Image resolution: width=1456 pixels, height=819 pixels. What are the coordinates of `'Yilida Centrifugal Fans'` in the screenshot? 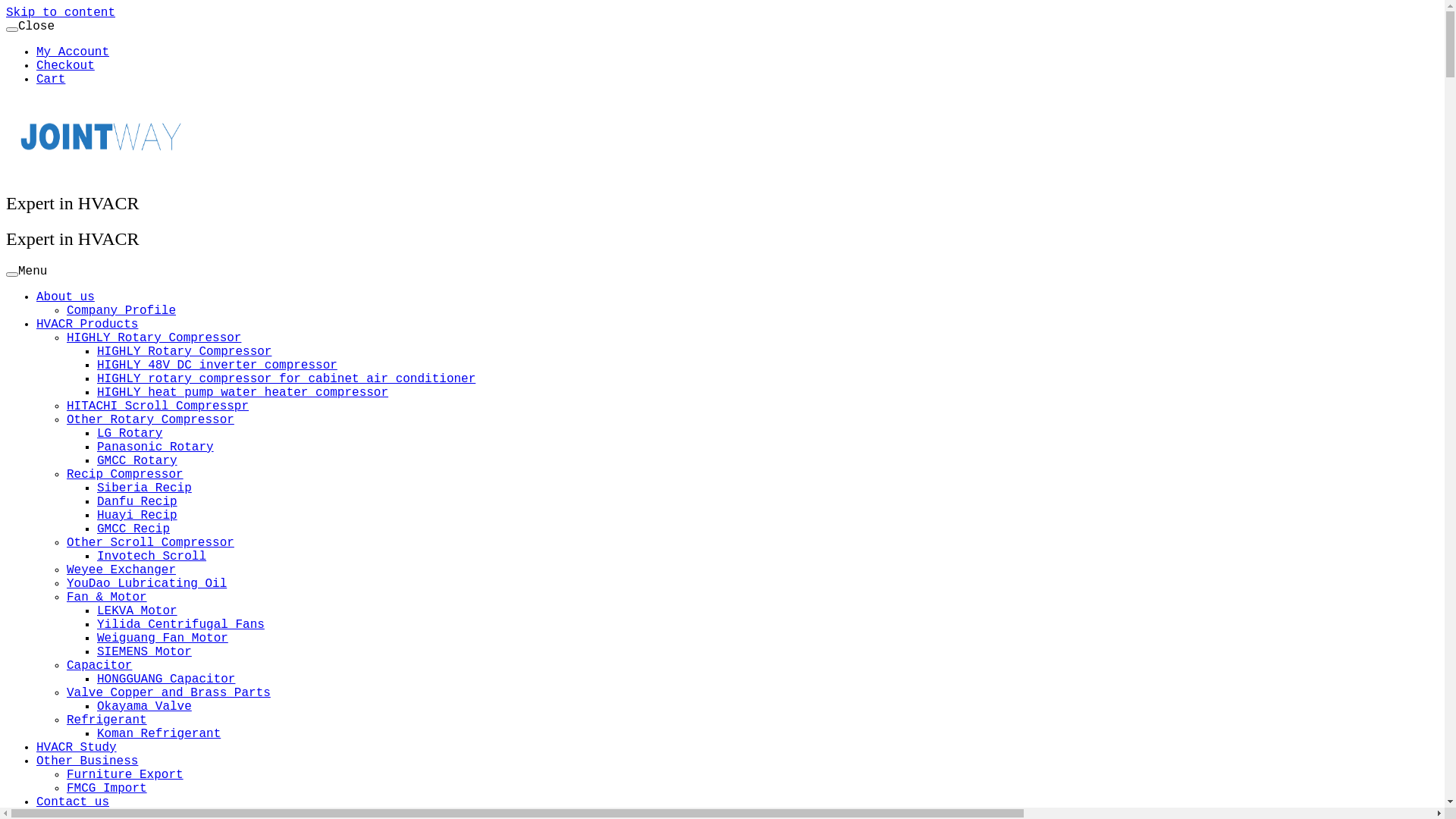 It's located at (180, 625).